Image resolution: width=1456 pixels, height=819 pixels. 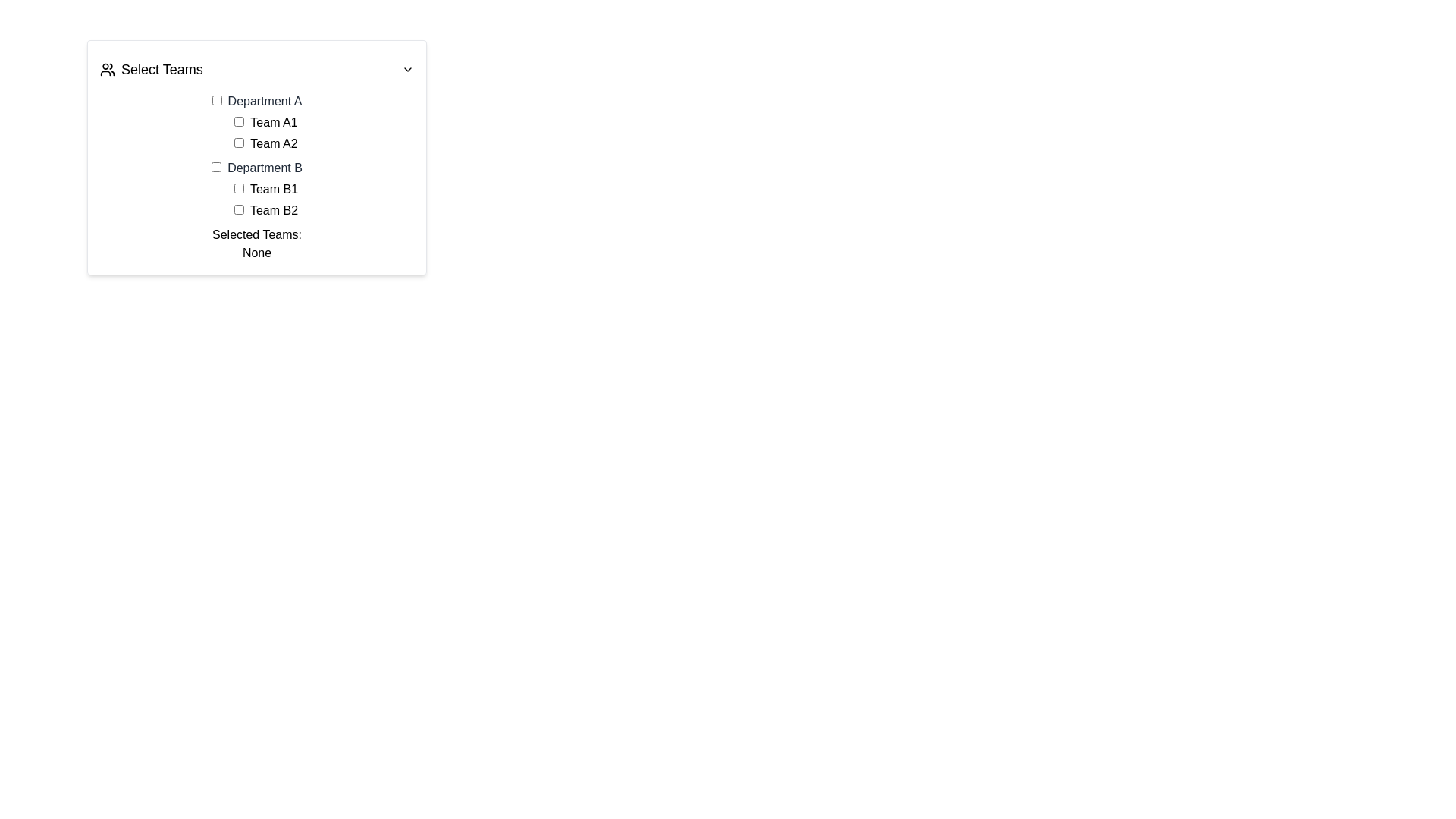 I want to click on the team icon located to the left of the 'Select Teams' text, which visually represents the concept of a 'team' or 'group', so click(x=107, y=70).